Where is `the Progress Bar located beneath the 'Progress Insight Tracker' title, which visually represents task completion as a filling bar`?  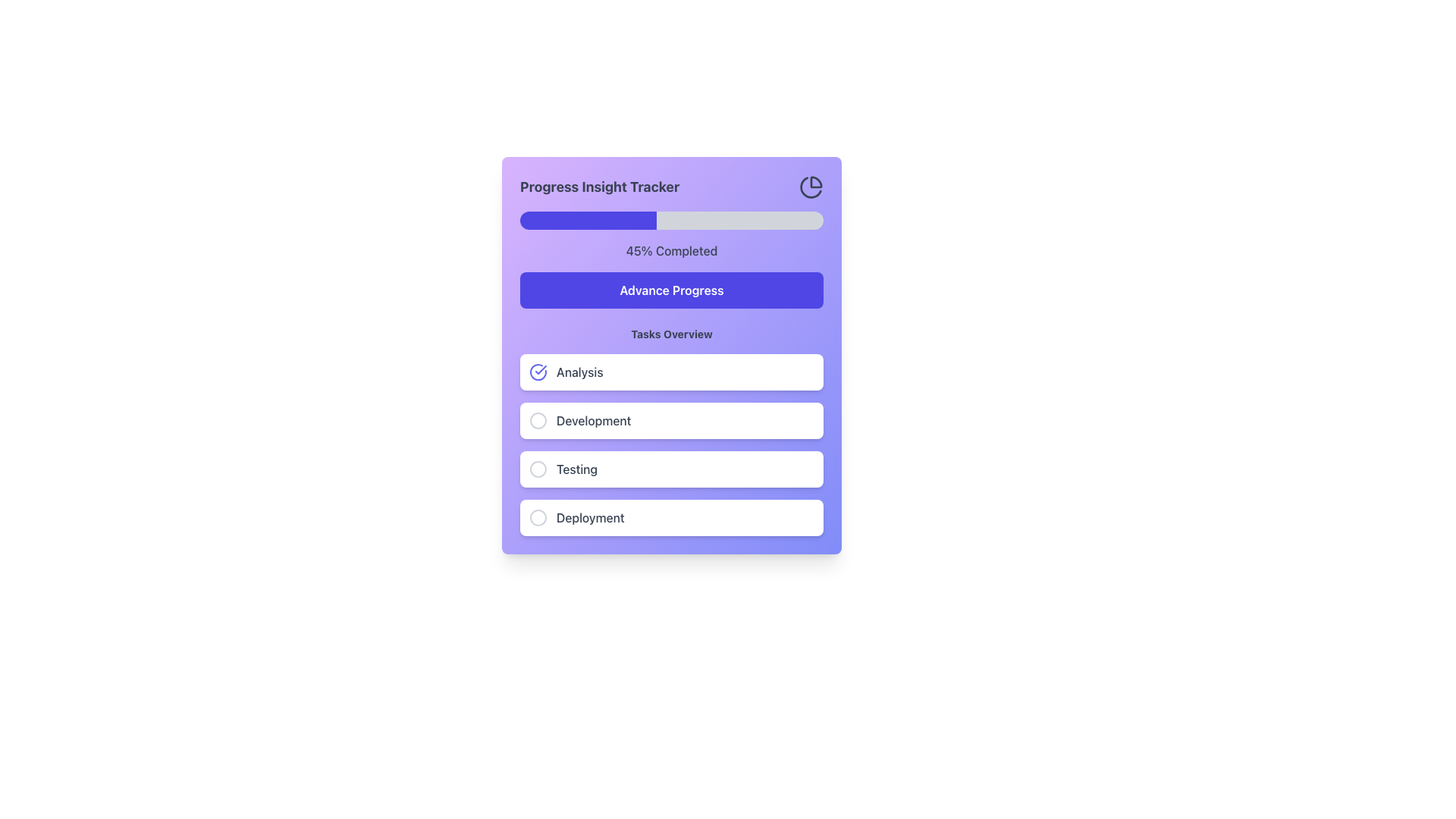
the Progress Bar located beneath the 'Progress Insight Tracker' title, which visually represents task completion as a filling bar is located at coordinates (588, 220).